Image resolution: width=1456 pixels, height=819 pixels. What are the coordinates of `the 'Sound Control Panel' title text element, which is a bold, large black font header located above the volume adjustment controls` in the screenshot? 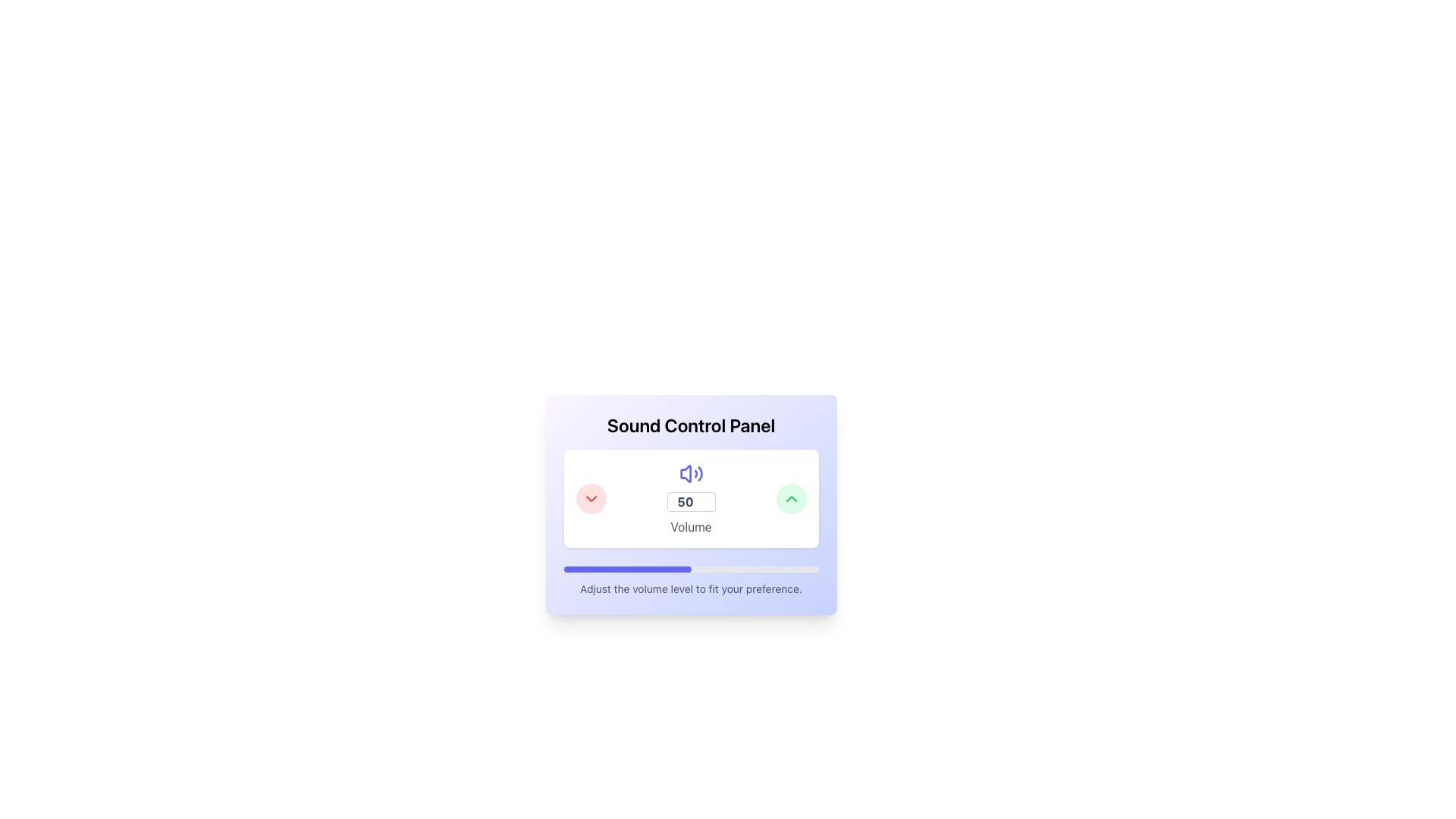 It's located at (690, 425).